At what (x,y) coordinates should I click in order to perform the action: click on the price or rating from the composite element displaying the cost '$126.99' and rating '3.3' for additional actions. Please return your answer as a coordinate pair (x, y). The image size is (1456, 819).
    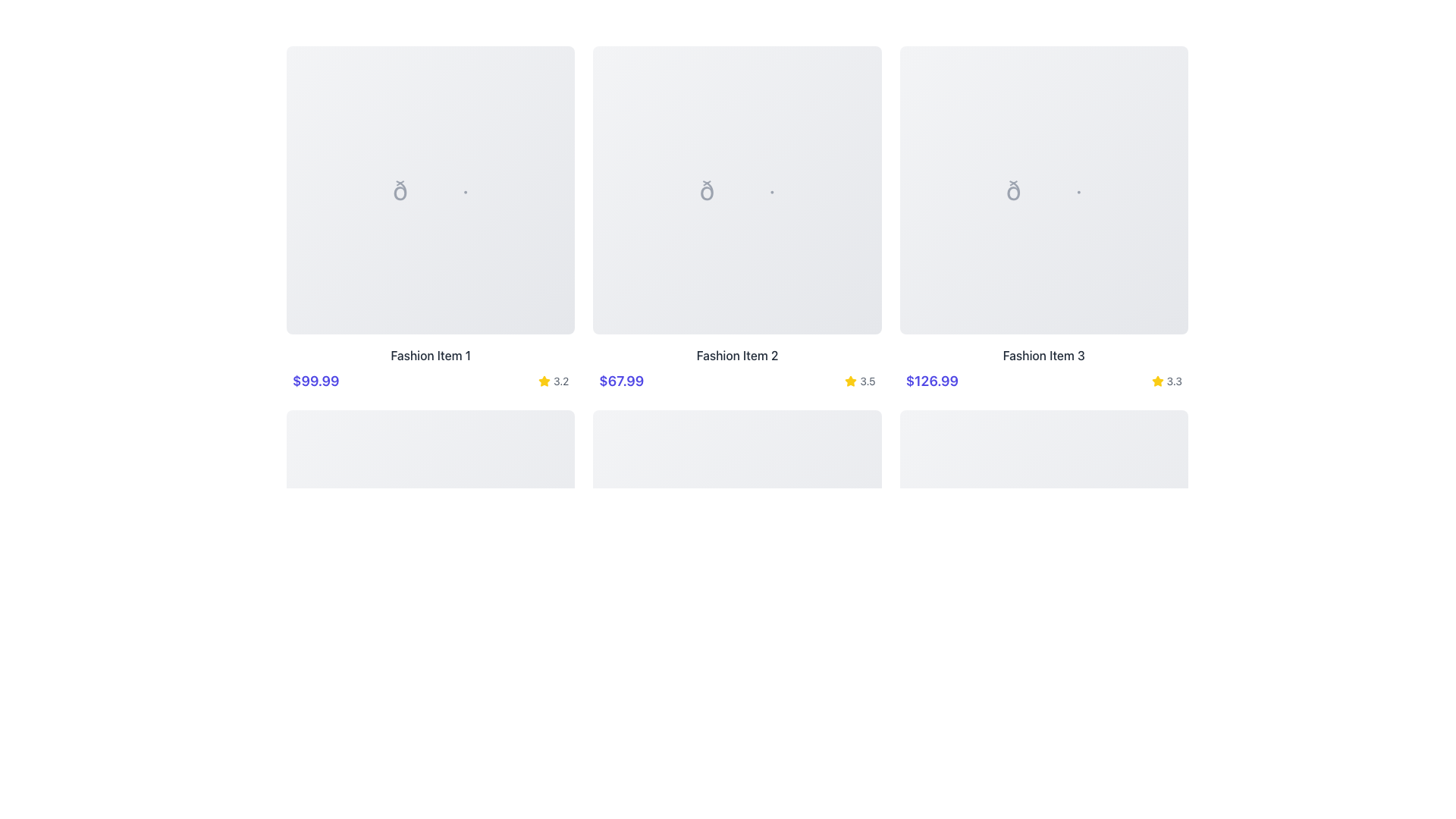
    Looking at the image, I should click on (1043, 381).